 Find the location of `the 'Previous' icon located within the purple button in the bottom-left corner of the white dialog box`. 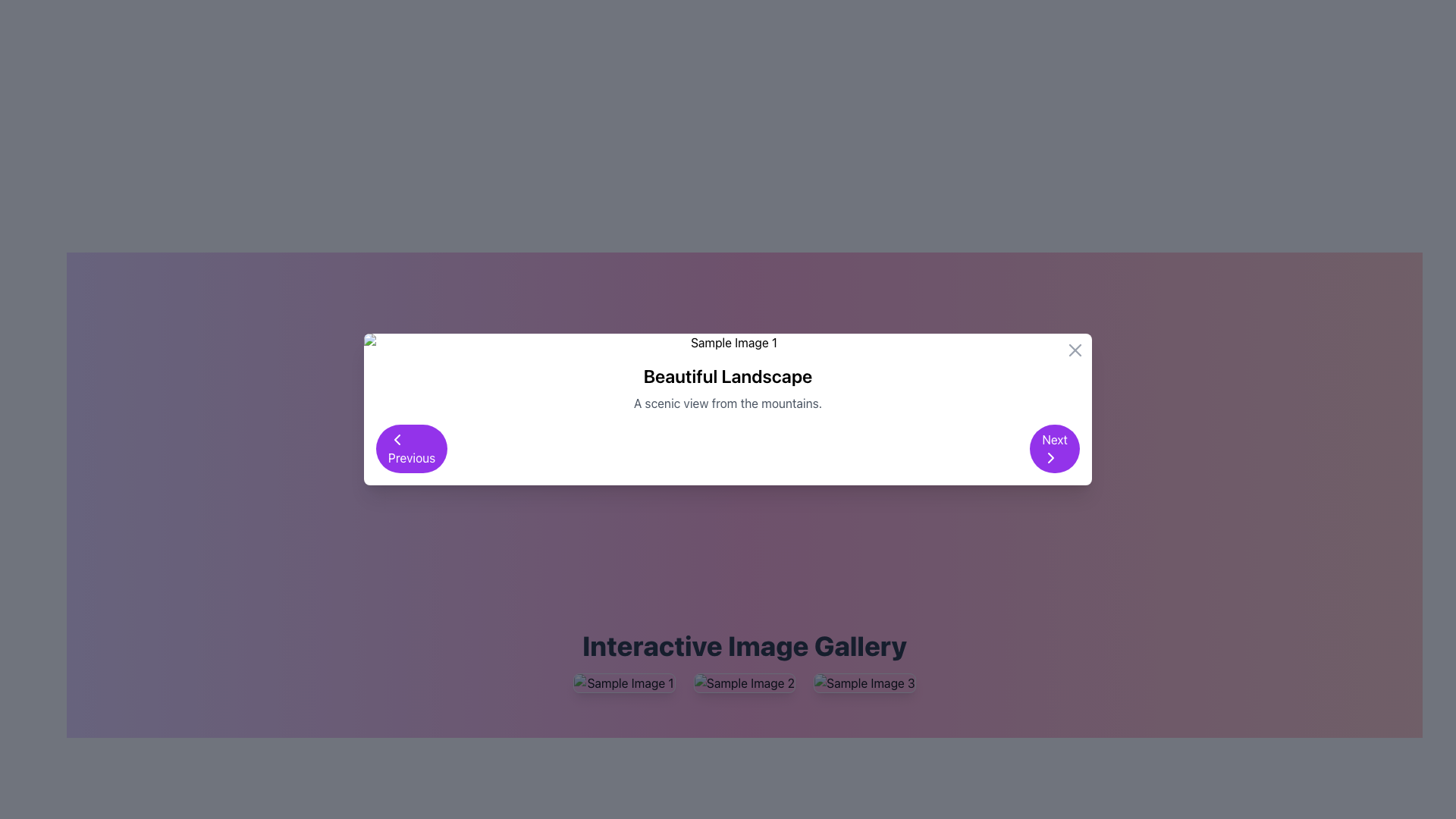

the 'Previous' icon located within the purple button in the bottom-left corner of the white dialog box is located at coordinates (397, 439).